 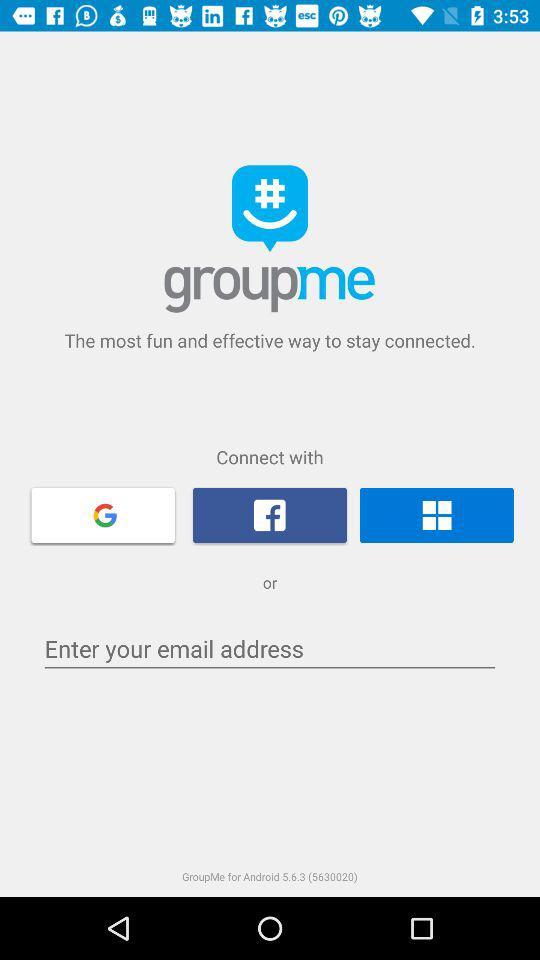 I want to click on connect with facebook account, so click(x=270, y=514).